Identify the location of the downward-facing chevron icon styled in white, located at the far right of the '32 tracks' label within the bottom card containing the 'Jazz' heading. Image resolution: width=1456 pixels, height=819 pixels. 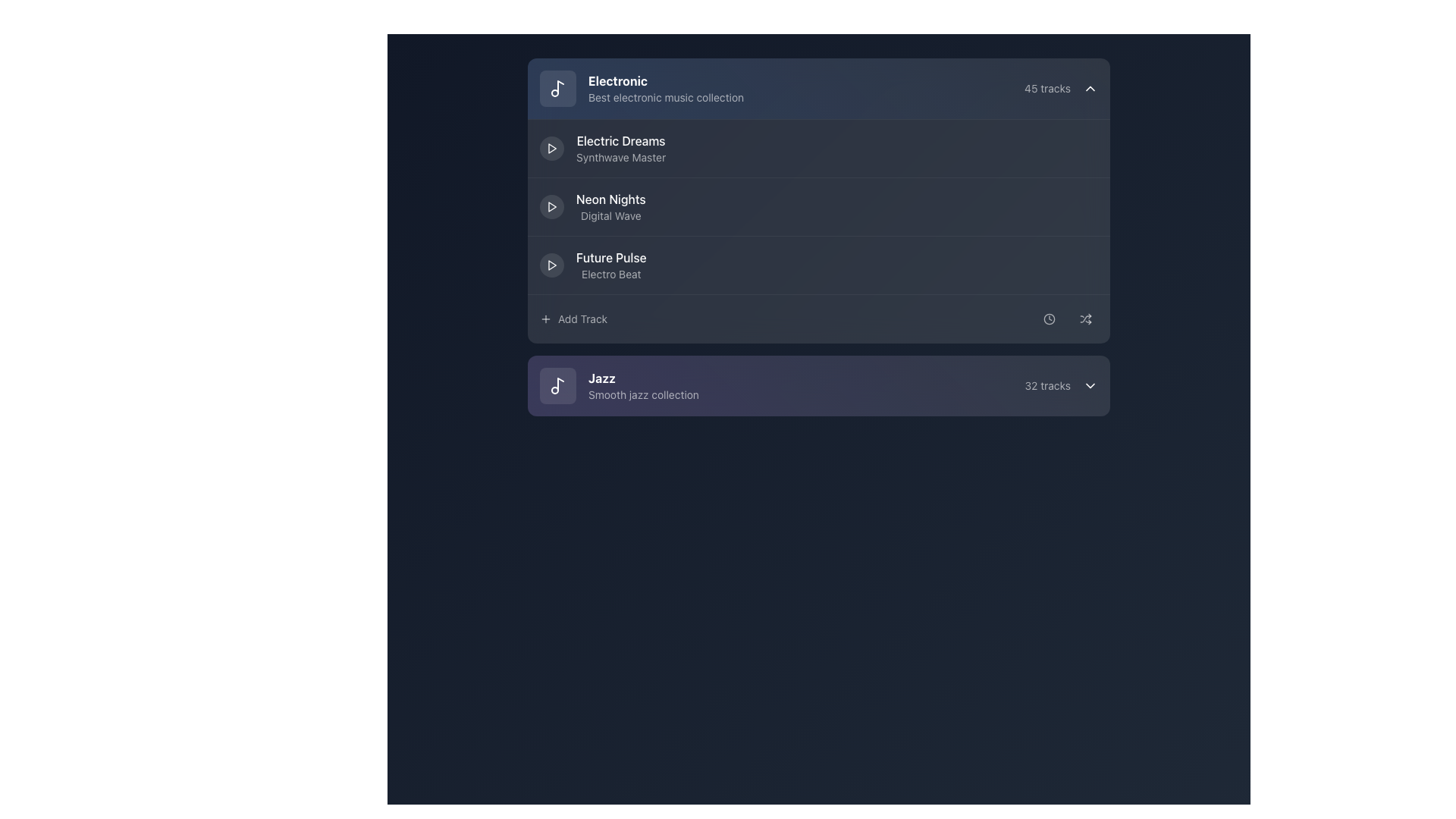
(1090, 385).